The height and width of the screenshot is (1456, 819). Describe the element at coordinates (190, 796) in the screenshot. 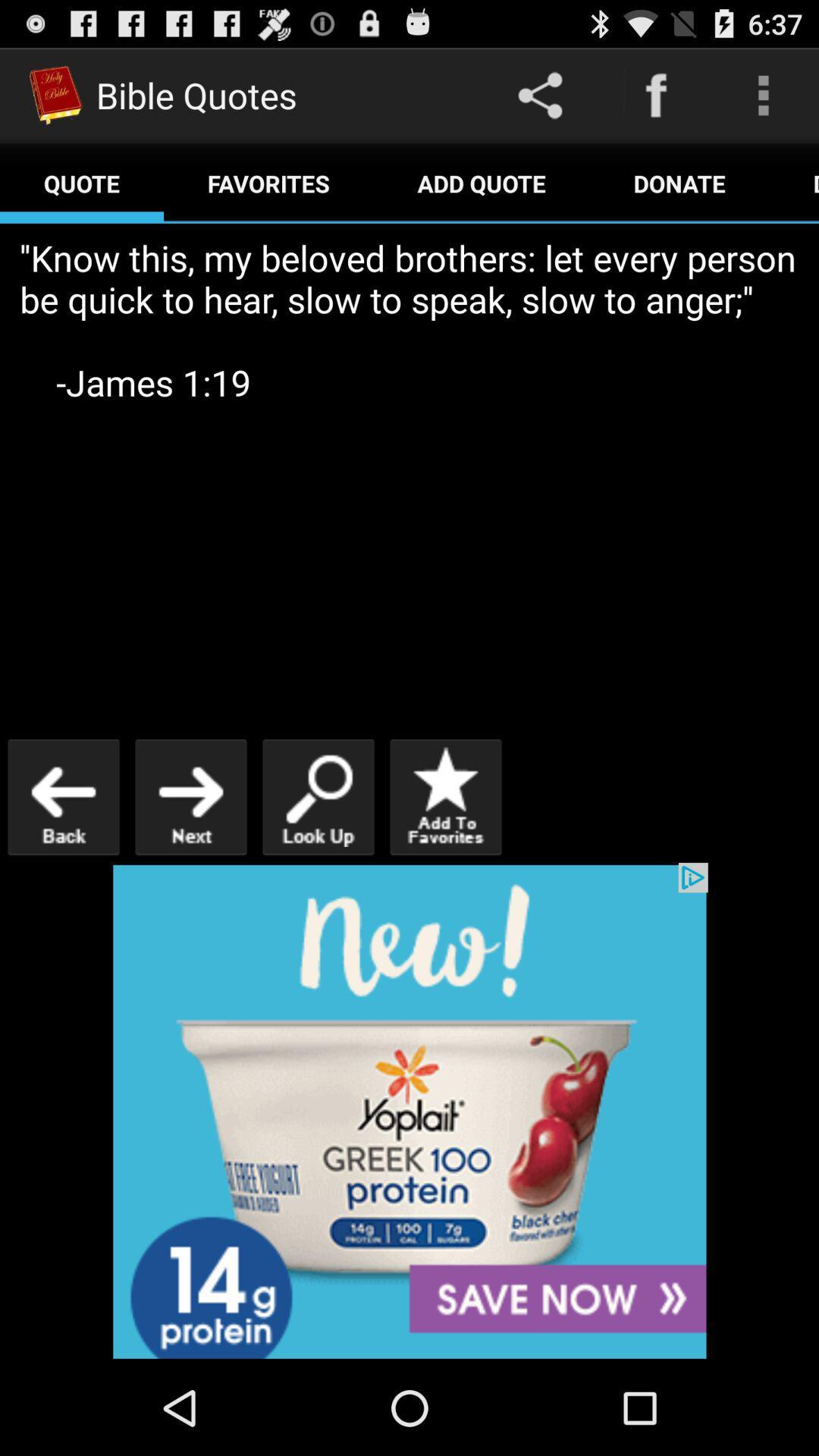

I see `next quote` at that location.